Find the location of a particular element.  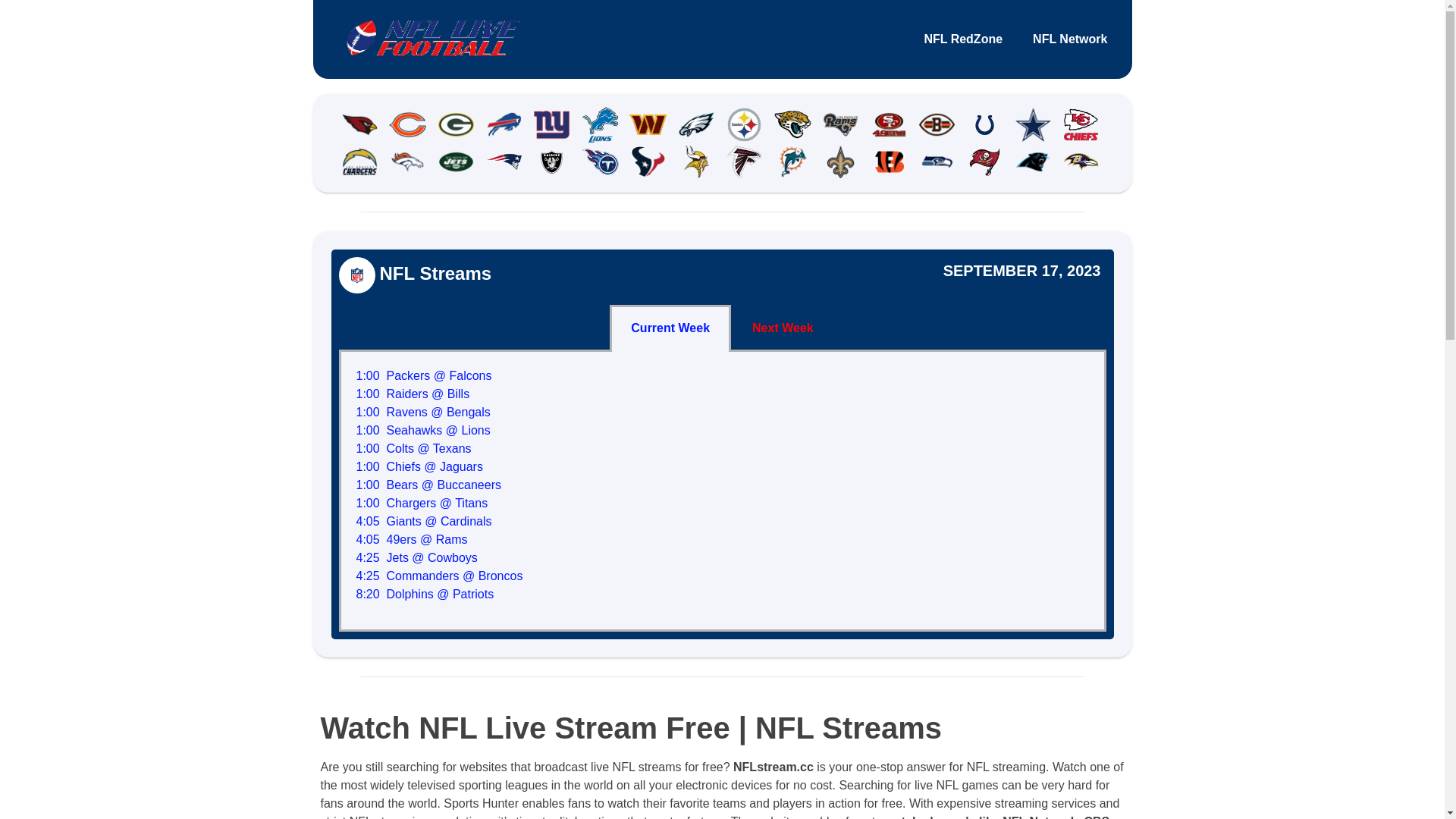

'Dolphins @ Patriots' is located at coordinates (386, 593).